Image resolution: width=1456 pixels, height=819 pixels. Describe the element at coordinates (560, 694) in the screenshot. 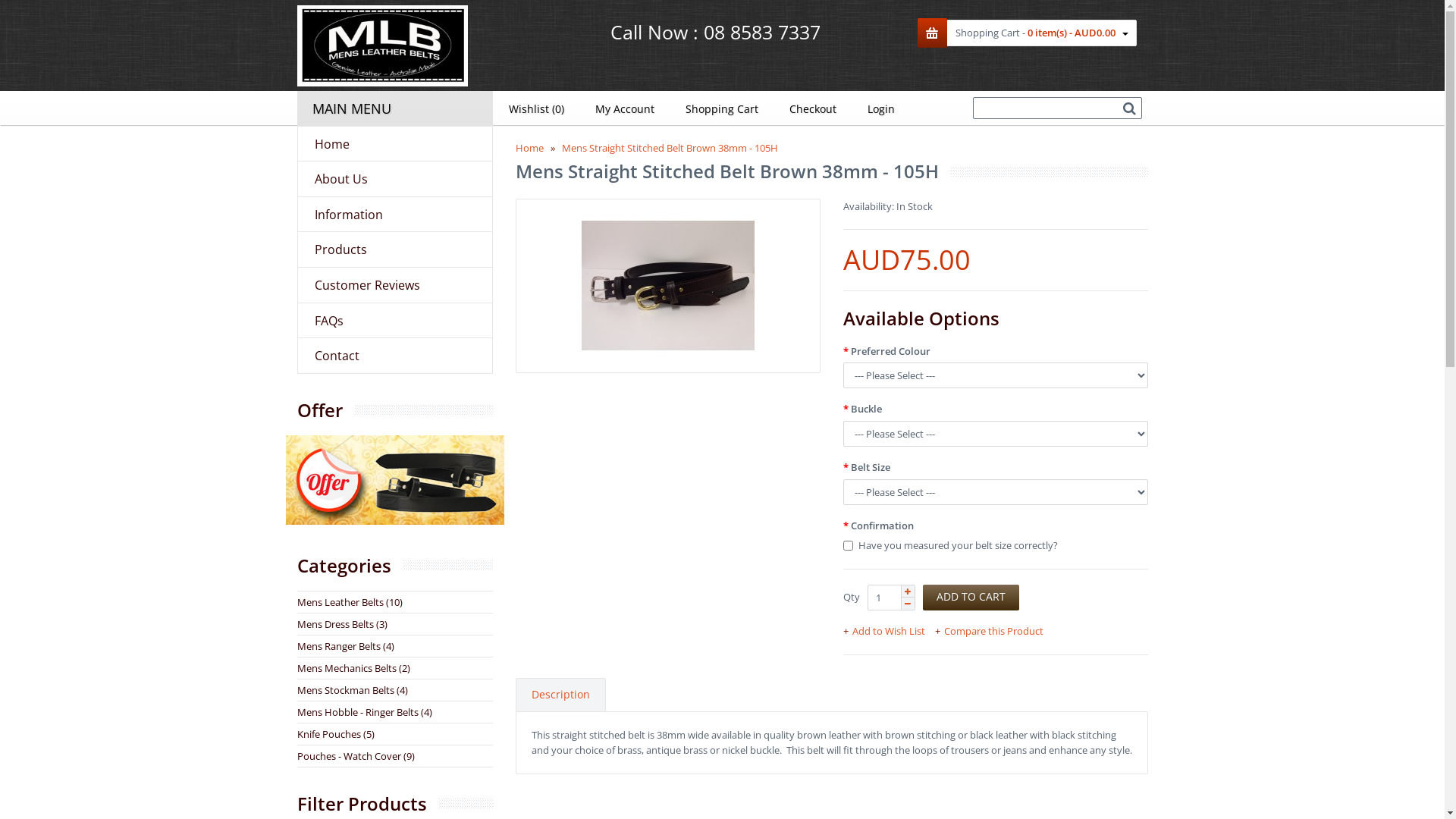

I see `'Description'` at that location.